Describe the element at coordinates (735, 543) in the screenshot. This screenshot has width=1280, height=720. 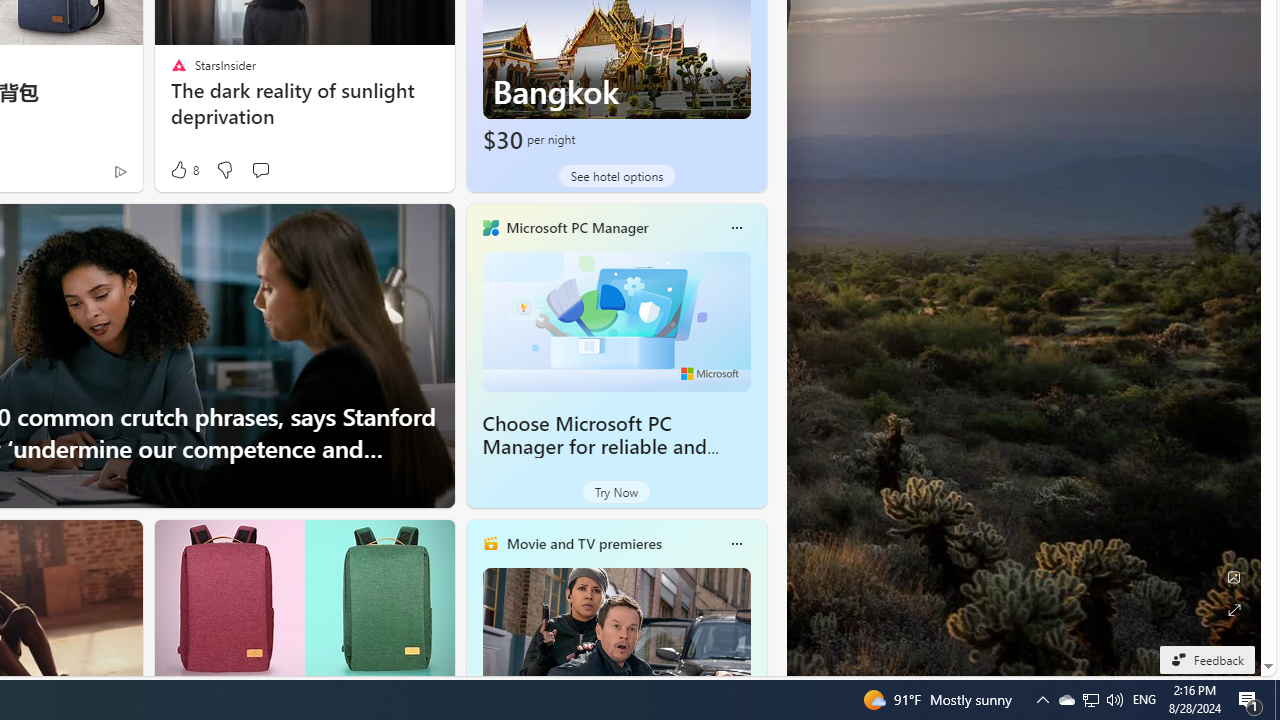
I see `'Class: icon-img'` at that location.